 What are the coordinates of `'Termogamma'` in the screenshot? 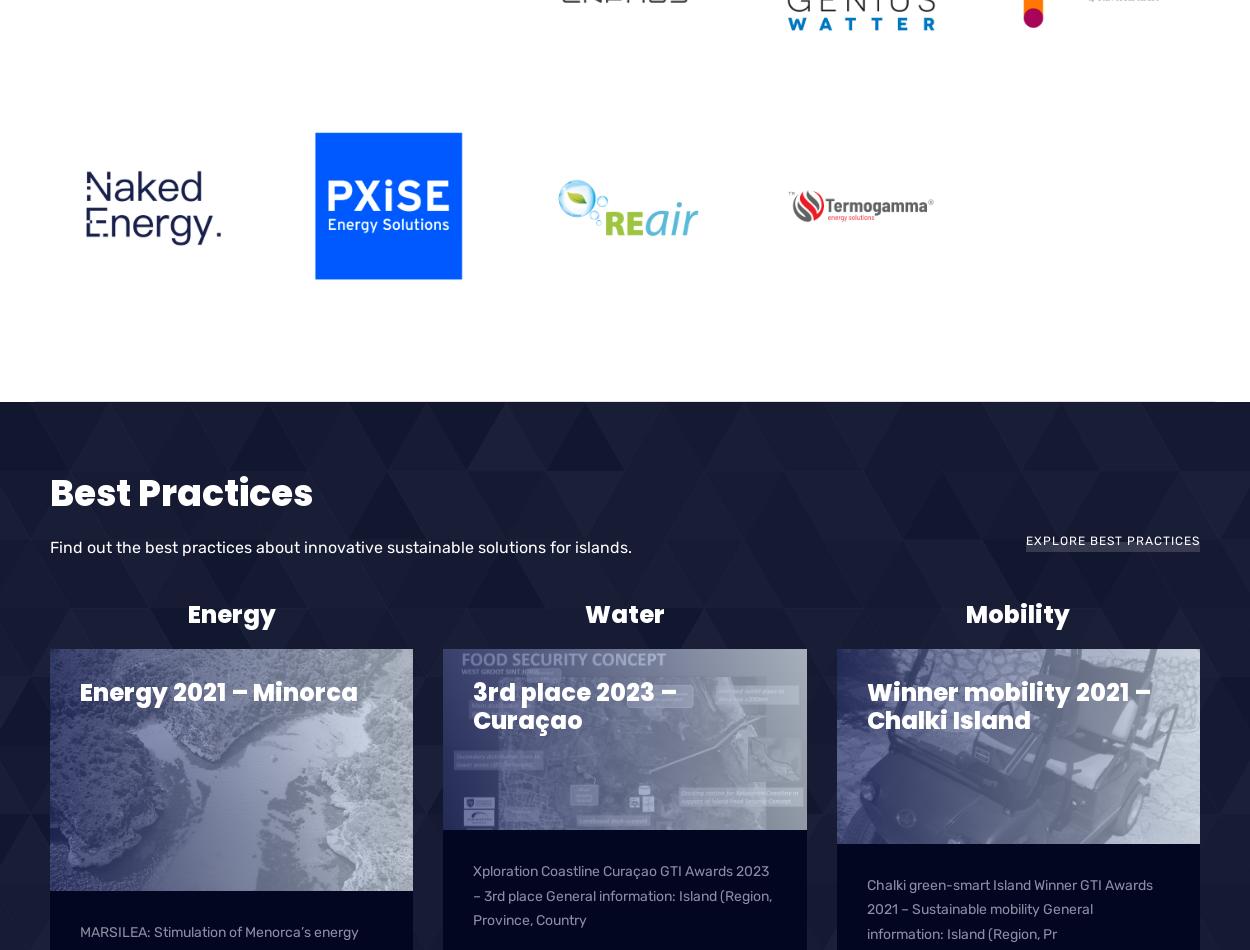 It's located at (825, 209).